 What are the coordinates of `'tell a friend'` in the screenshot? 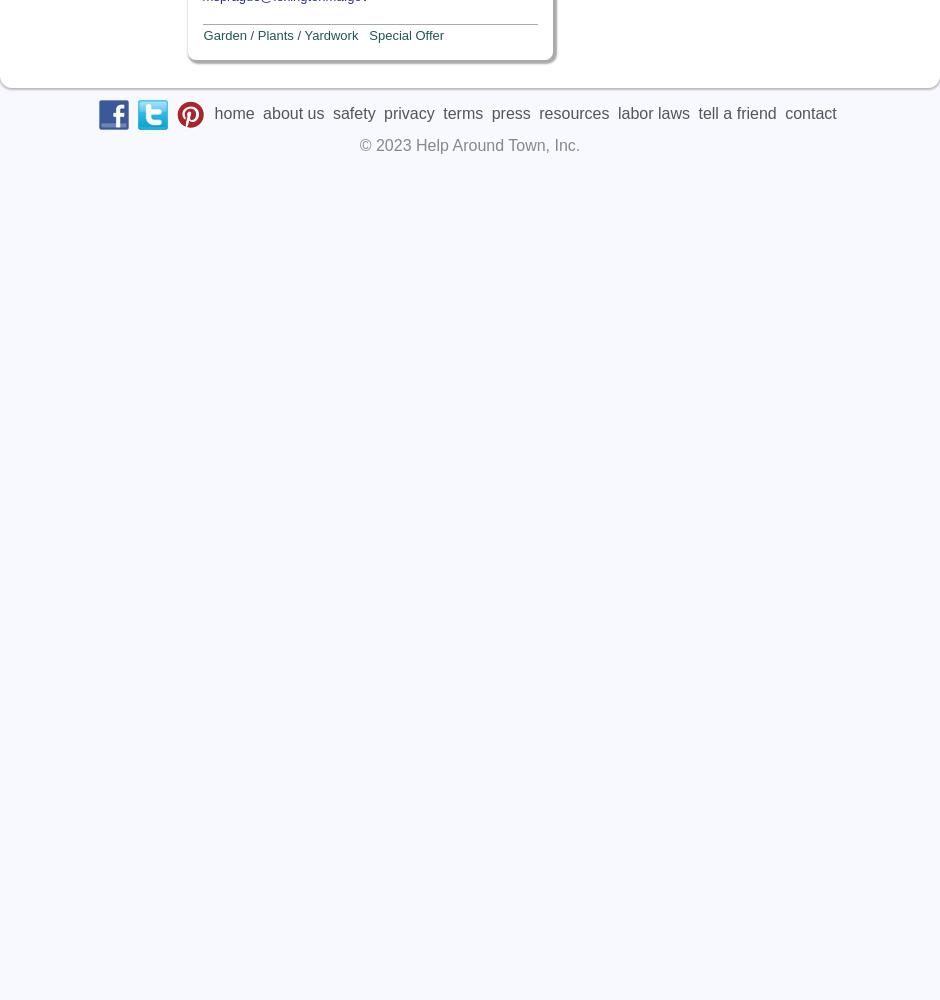 It's located at (697, 111).